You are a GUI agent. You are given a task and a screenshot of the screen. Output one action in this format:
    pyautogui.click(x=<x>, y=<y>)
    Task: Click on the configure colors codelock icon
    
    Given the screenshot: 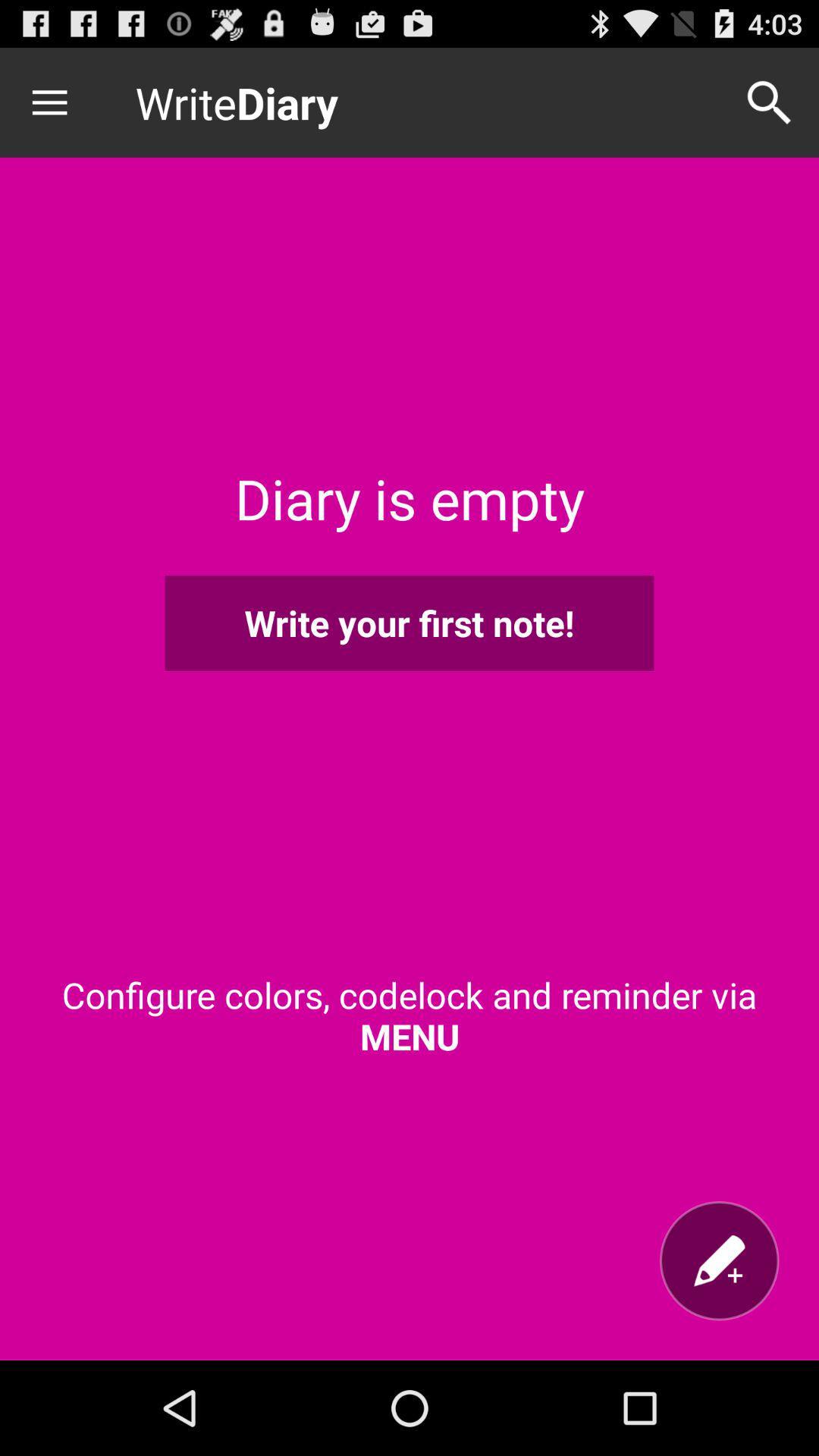 What is the action you would take?
    pyautogui.click(x=409, y=1015)
    